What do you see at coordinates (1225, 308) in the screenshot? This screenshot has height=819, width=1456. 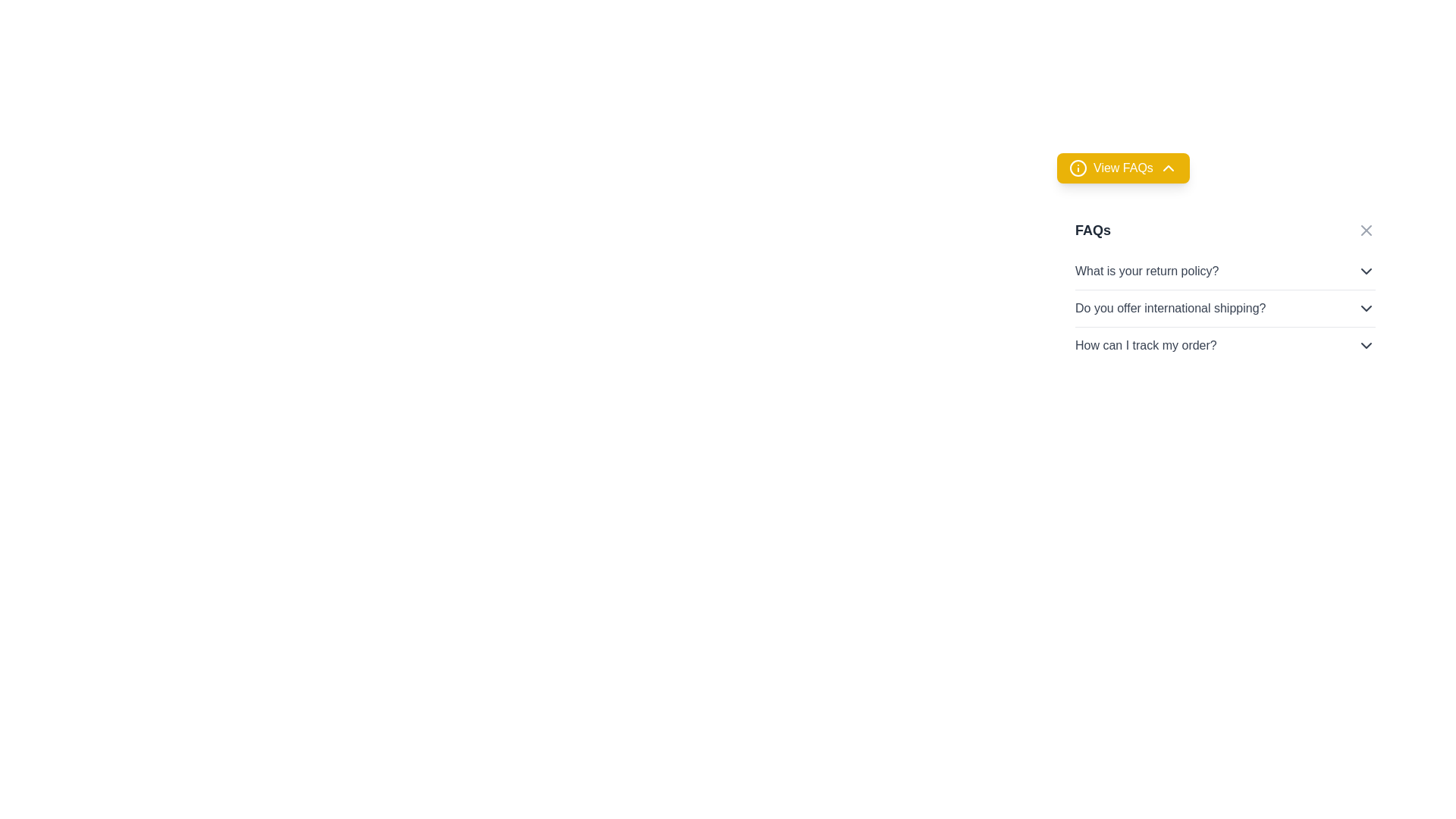 I see `the interactive FAQ item labeled 'Do you offer international shipping?'` at bounding box center [1225, 308].